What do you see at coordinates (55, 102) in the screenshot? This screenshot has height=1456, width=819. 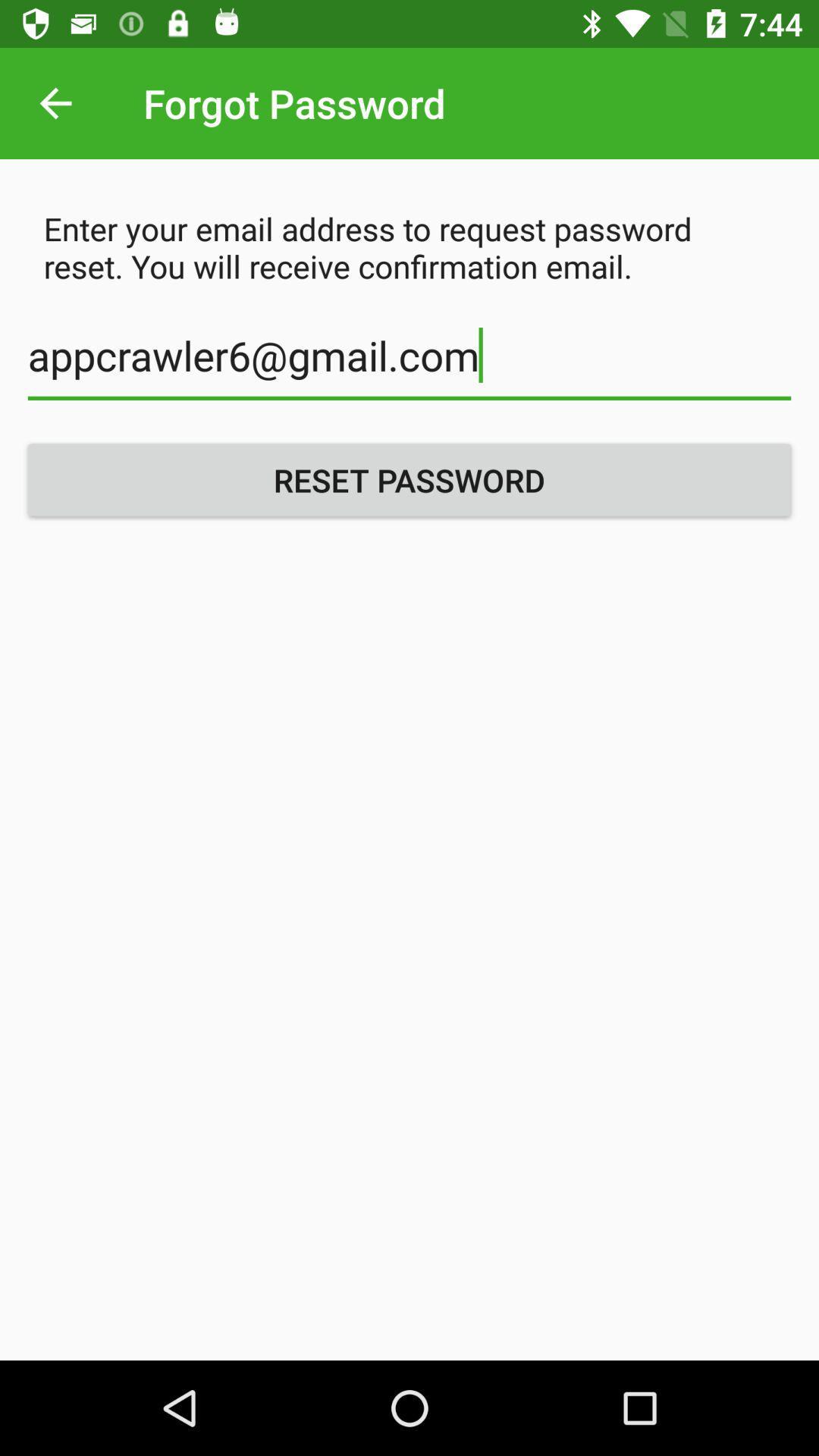 I see `back` at bounding box center [55, 102].